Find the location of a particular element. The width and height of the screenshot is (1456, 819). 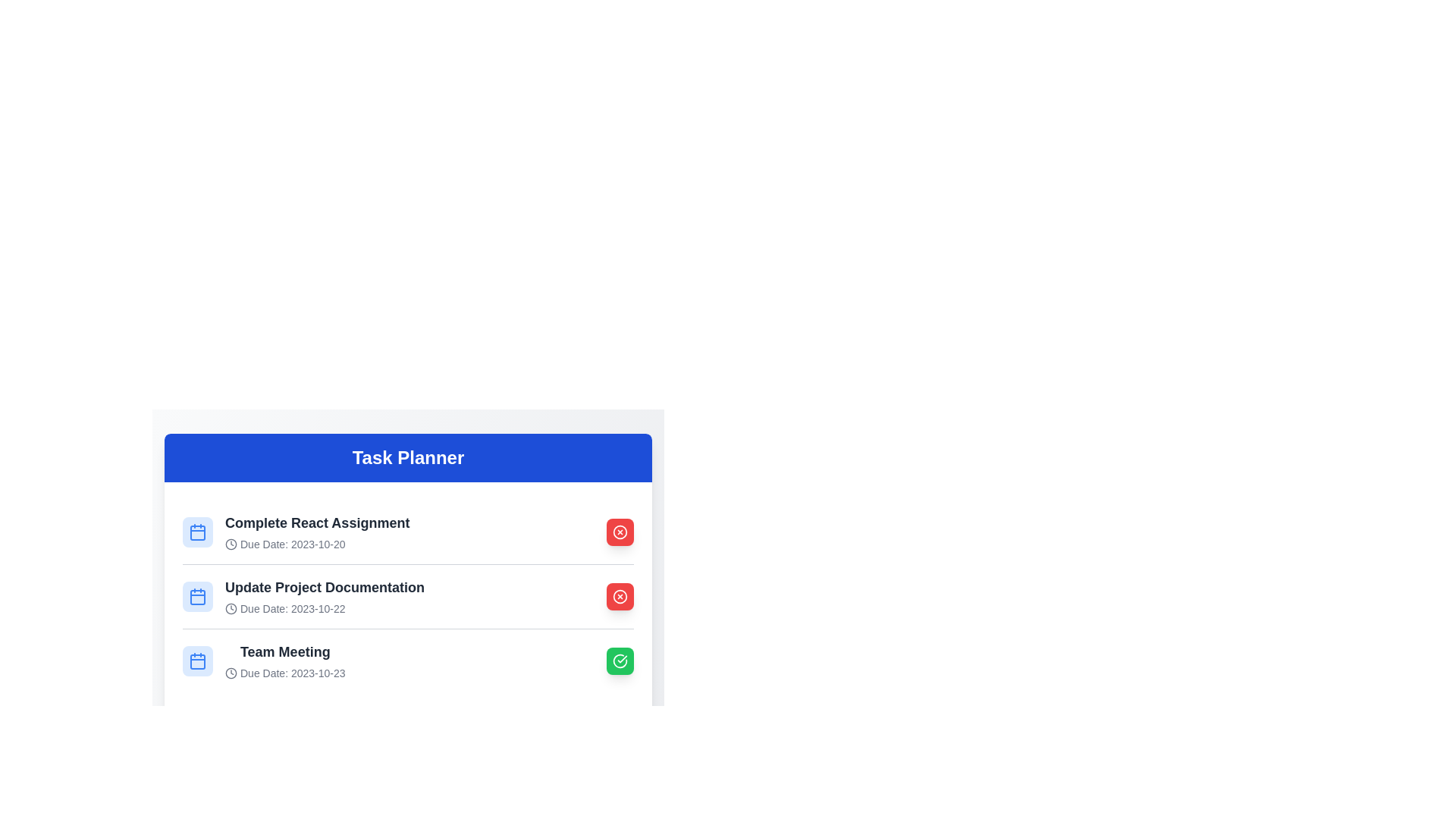

the Header text label that summarizes the task's name, located above the 'Due Date: 2023-10-22' text and aligned with a calendar icon is located at coordinates (324, 587).